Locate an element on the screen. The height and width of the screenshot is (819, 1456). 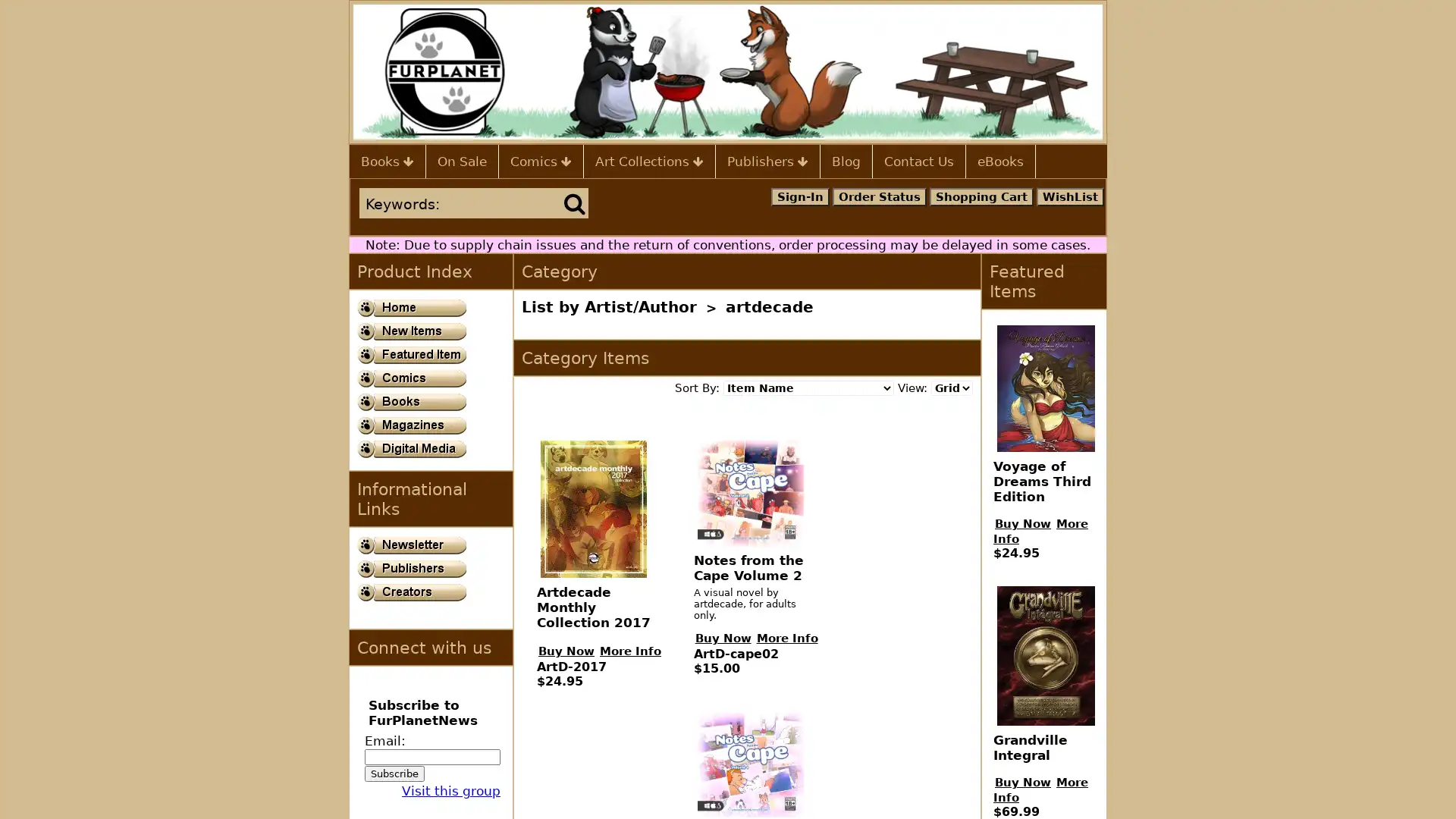
WishList is located at coordinates (1069, 195).